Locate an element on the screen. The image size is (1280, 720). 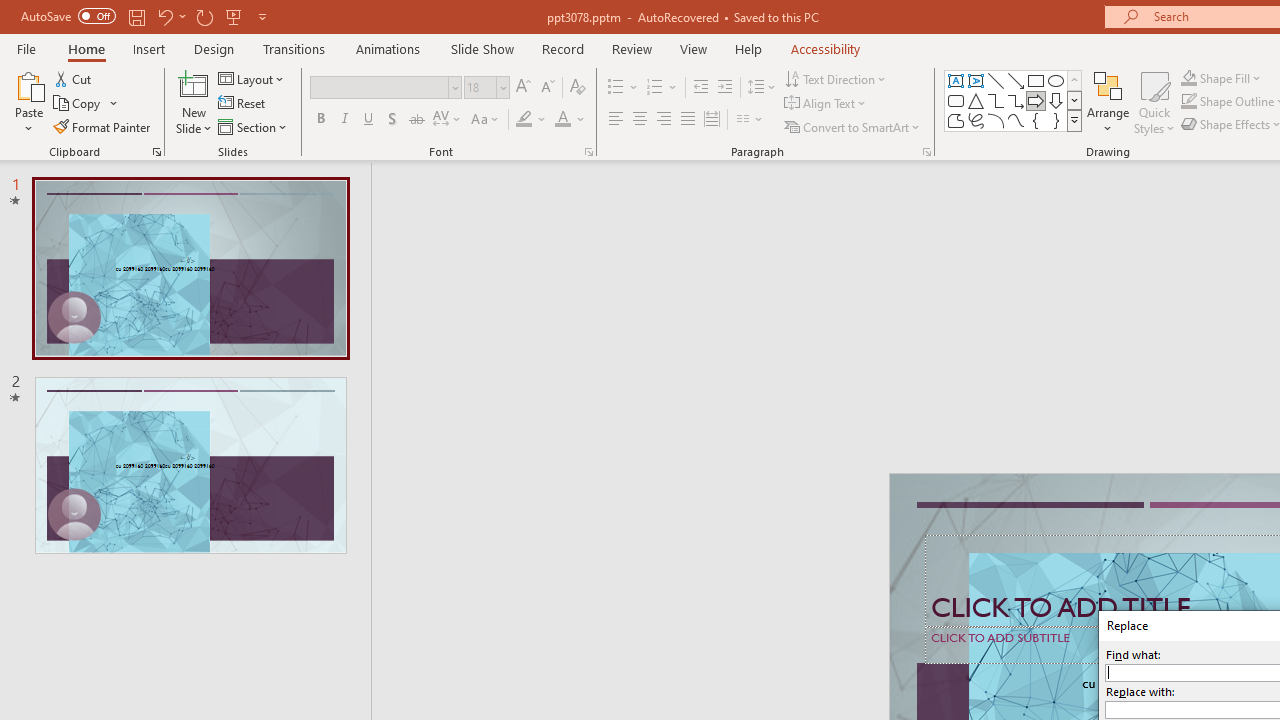
'Section' is located at coordinates (253, 127).